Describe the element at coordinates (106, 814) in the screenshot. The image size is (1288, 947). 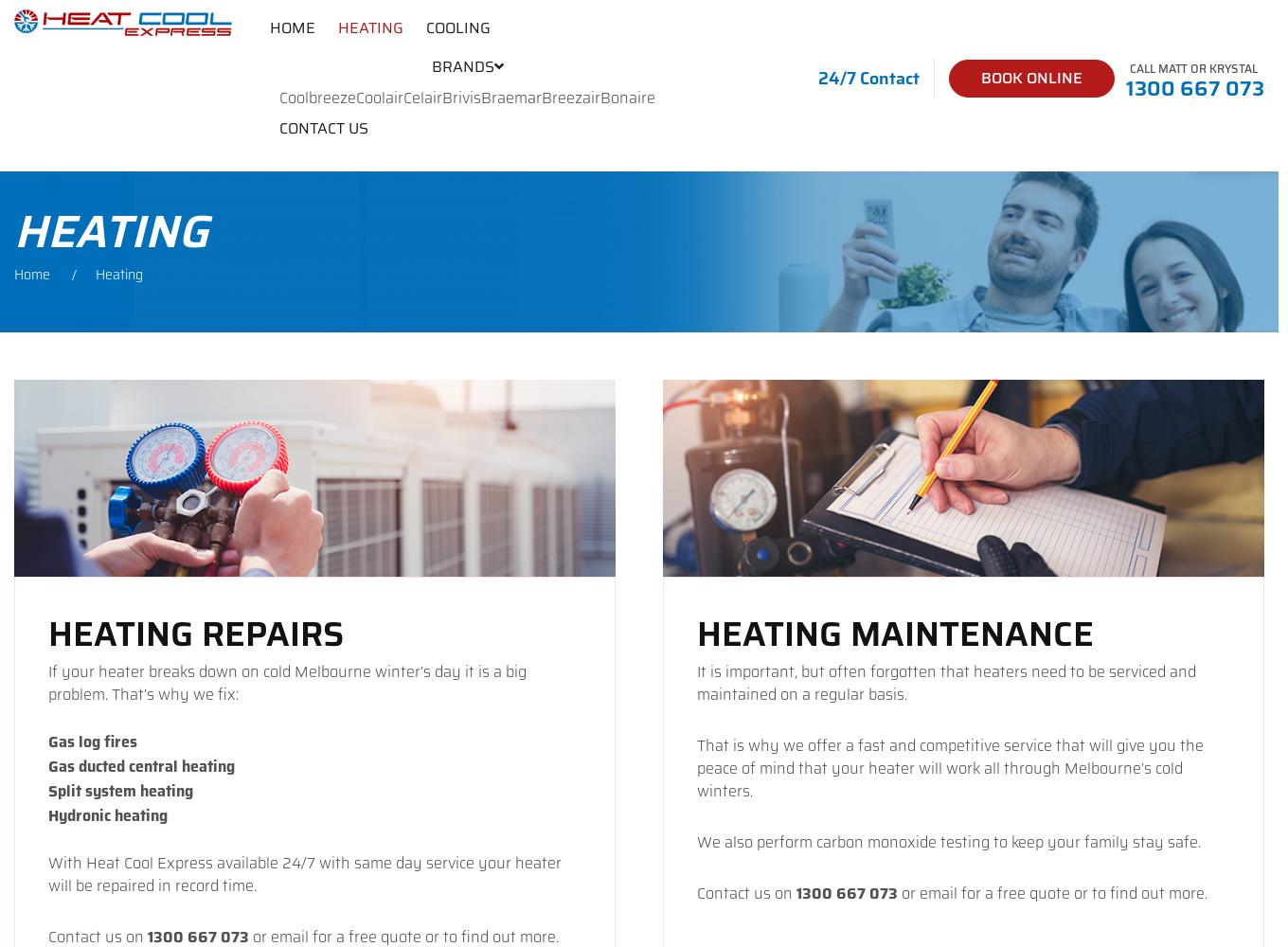
I see `'Hydronic heating'` at that location.